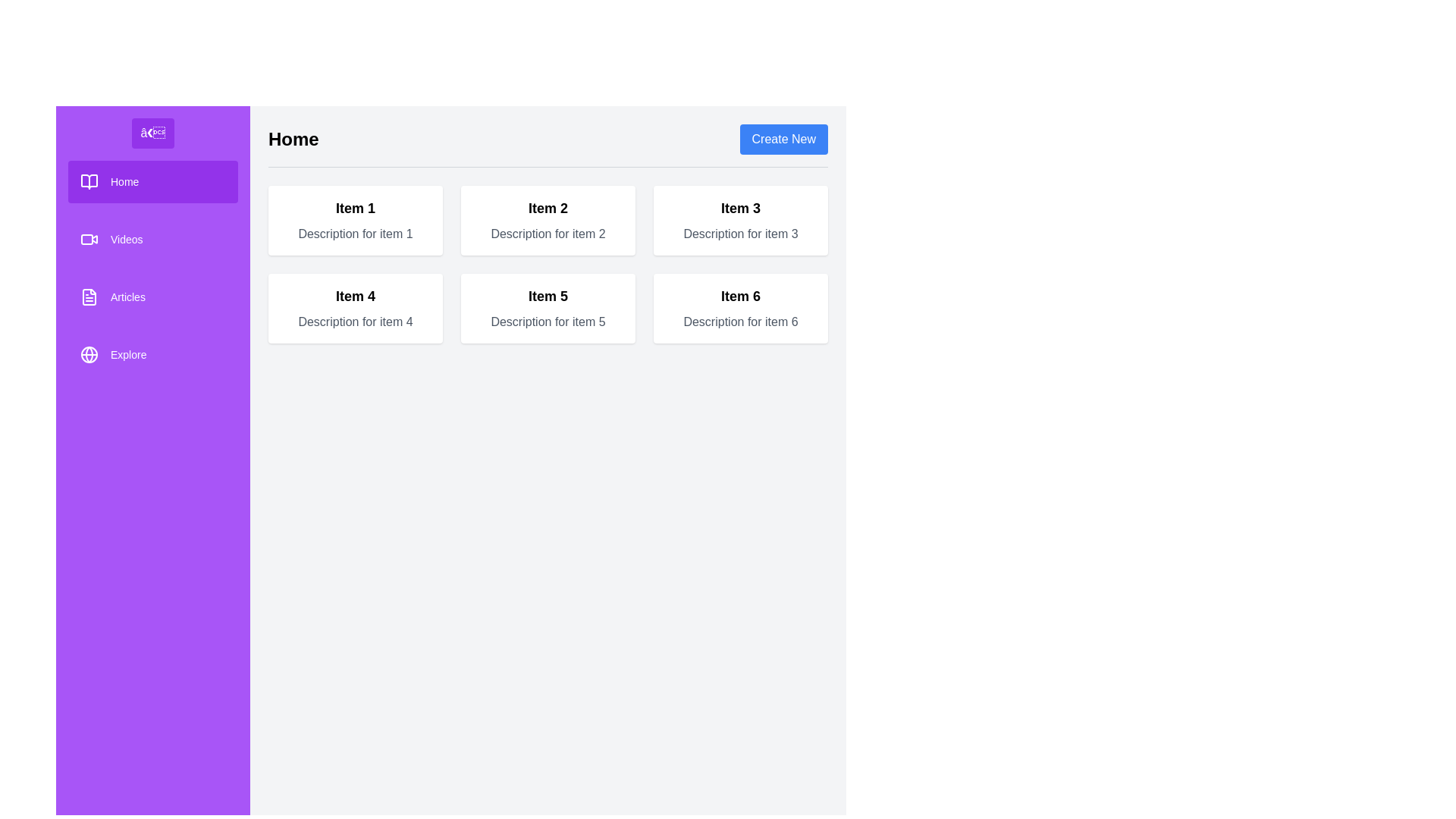 This screenshot has height=819, width=1456. Describe the element at coordinates (127, 297) in the screenshot. I see `the text label that says 'Articles' located in the left-side navigation panel, which is the third item in a vertical list of components` at that location.